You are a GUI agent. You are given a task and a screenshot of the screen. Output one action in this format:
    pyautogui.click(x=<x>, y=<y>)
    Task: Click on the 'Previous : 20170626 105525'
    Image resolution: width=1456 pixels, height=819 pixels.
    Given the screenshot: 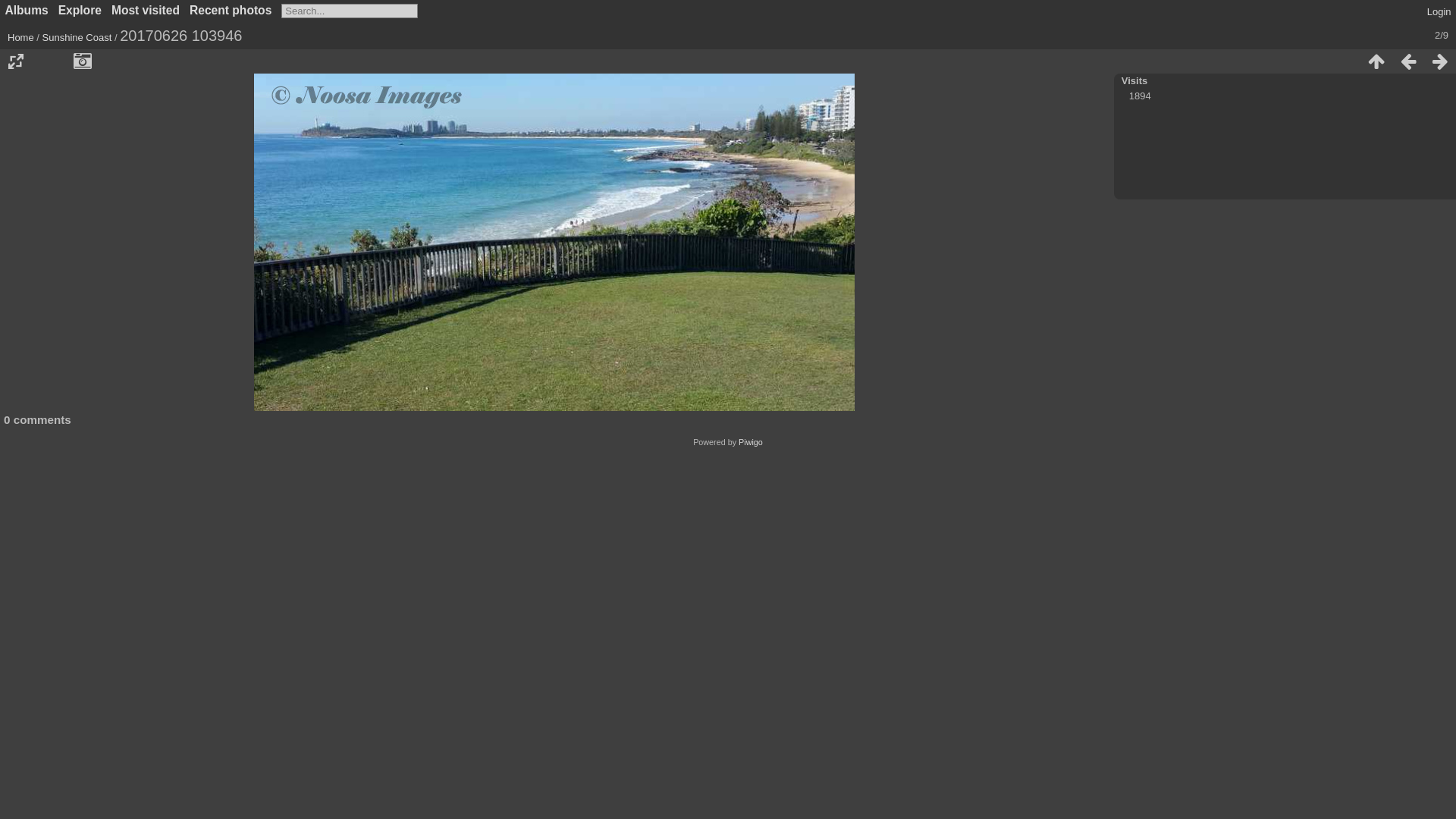 What is the action you would take?
    pyautogui.click(x=1407, y=61)
    